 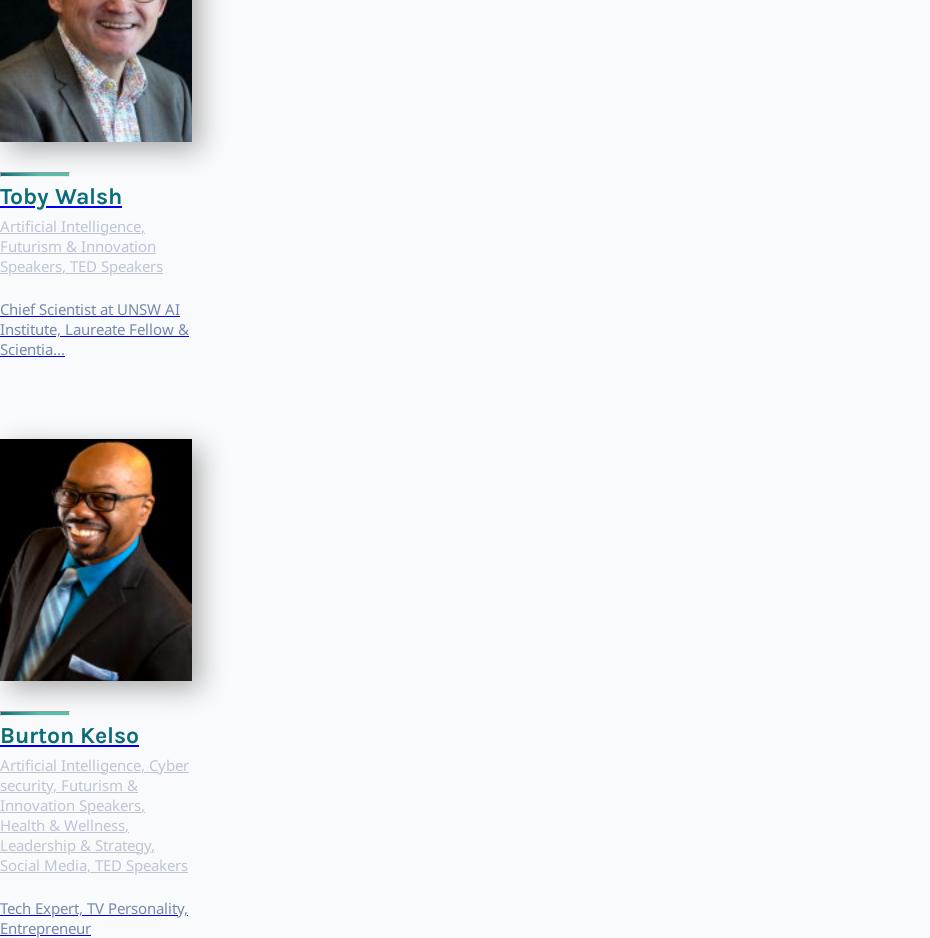 What do you see at coordinates (68, 733) in the screenshot?
I see `'Burton Kelso'` at bounding box center [68, 733].